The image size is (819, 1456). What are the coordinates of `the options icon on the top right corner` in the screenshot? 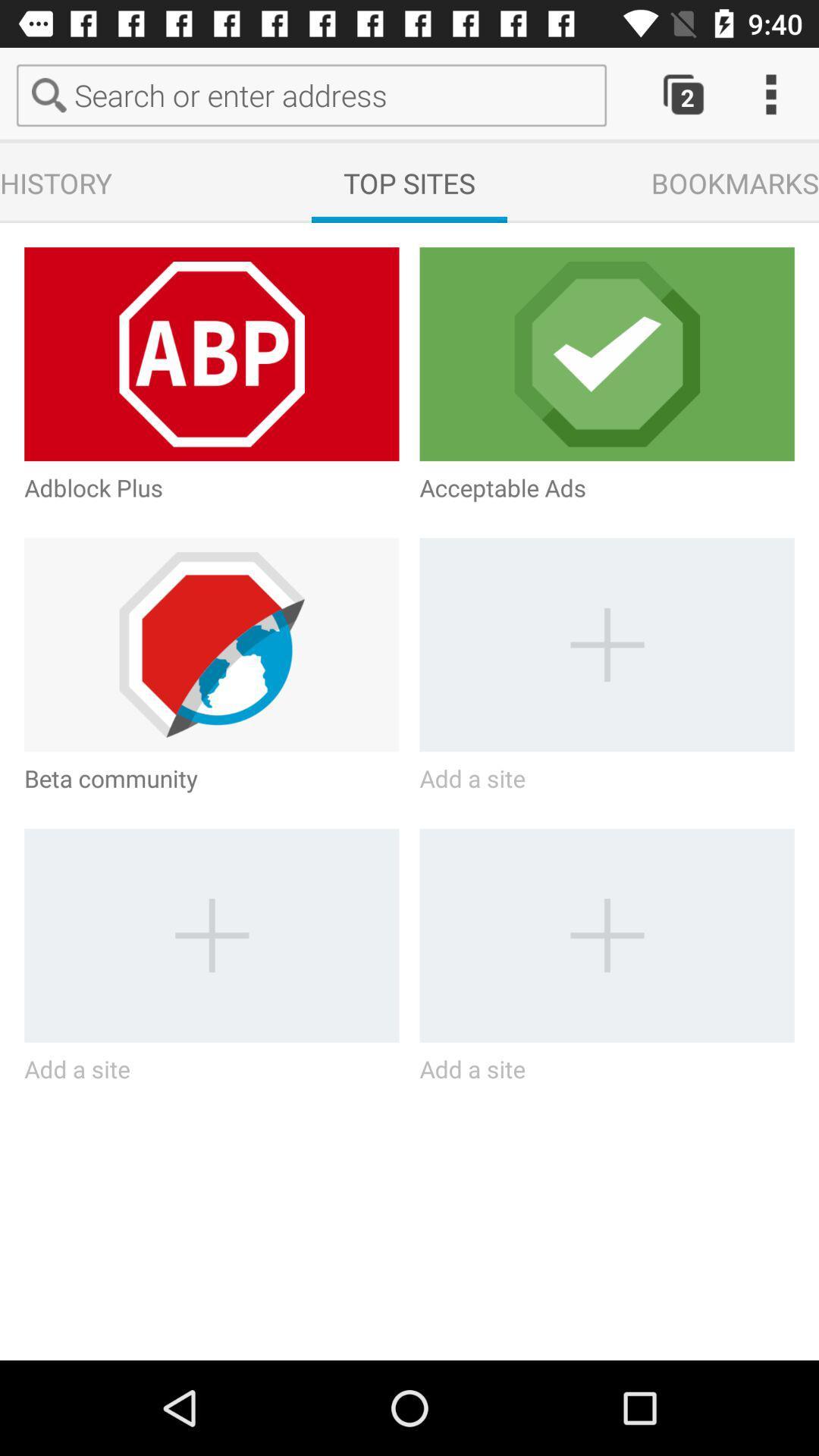 It's located at (771, 94).